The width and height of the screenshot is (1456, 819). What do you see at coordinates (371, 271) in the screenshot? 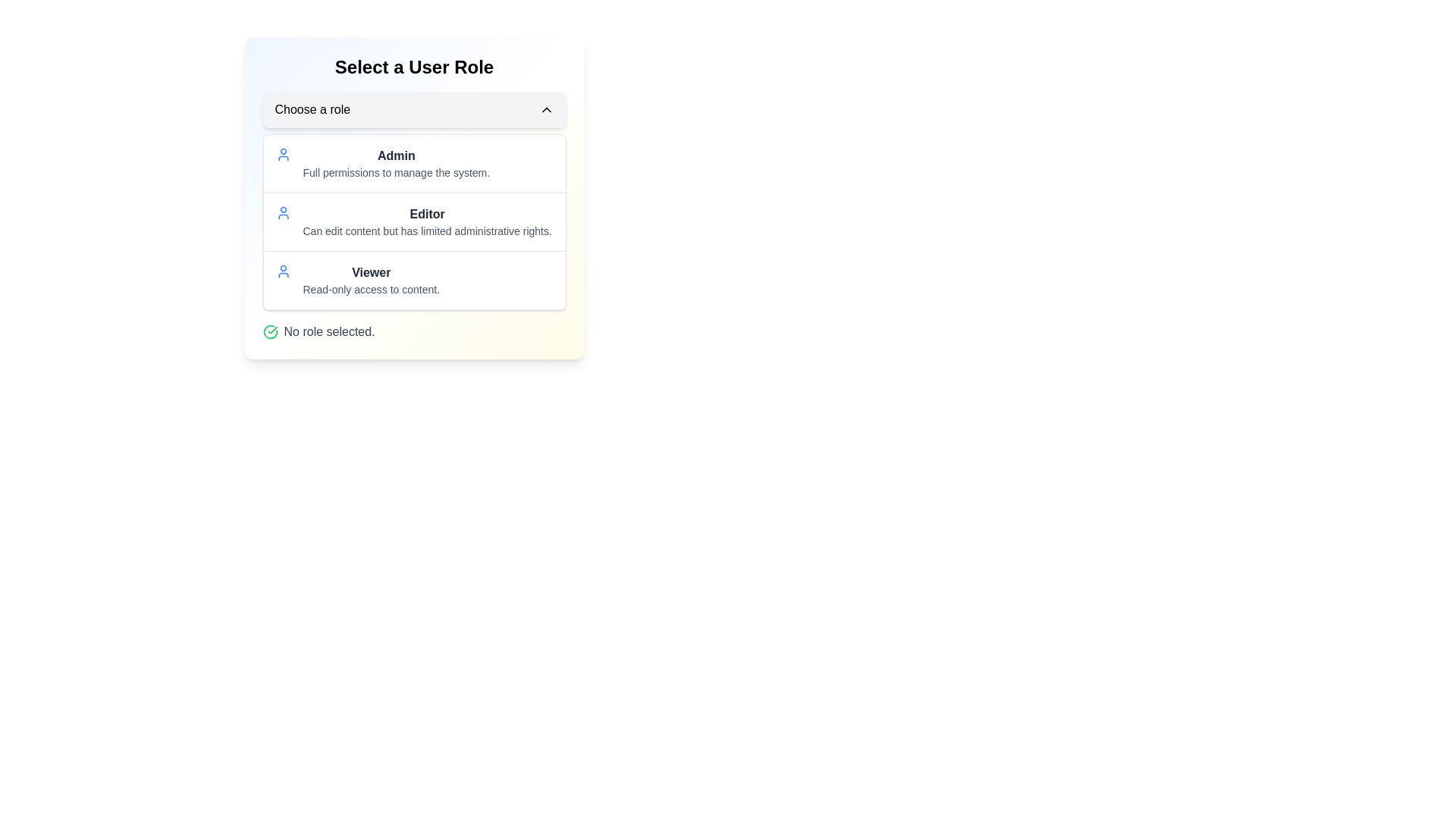
I see `the static text label identifying the 'Viewer' role, which is located in the modal dialog titled 'Select a User Role', positioned below 'Admin' and 'Editor'` at bounding box center [371, 271].